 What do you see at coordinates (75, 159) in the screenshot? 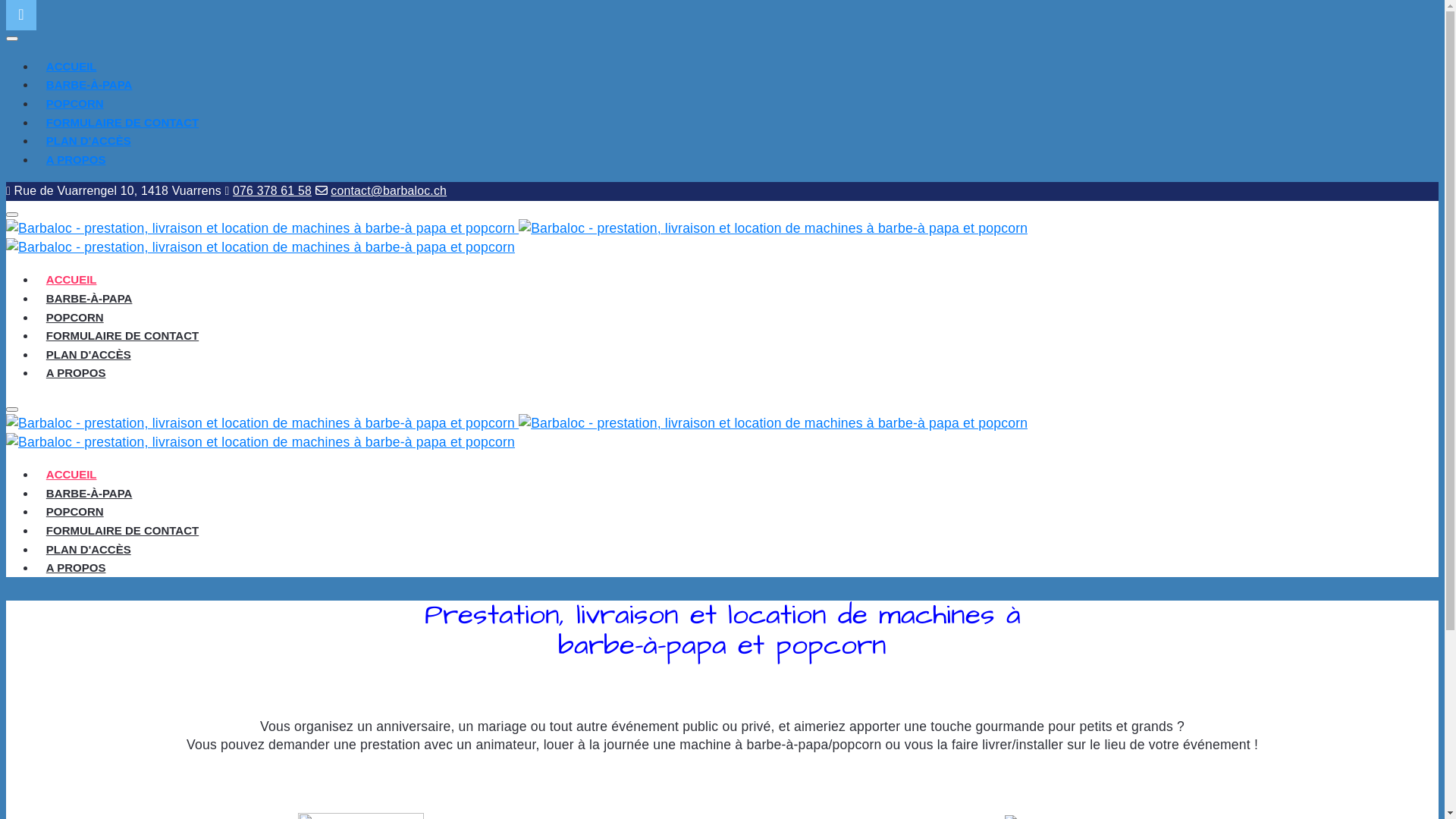
I see `'A PROPOS'` at bounding box center [75, 159].